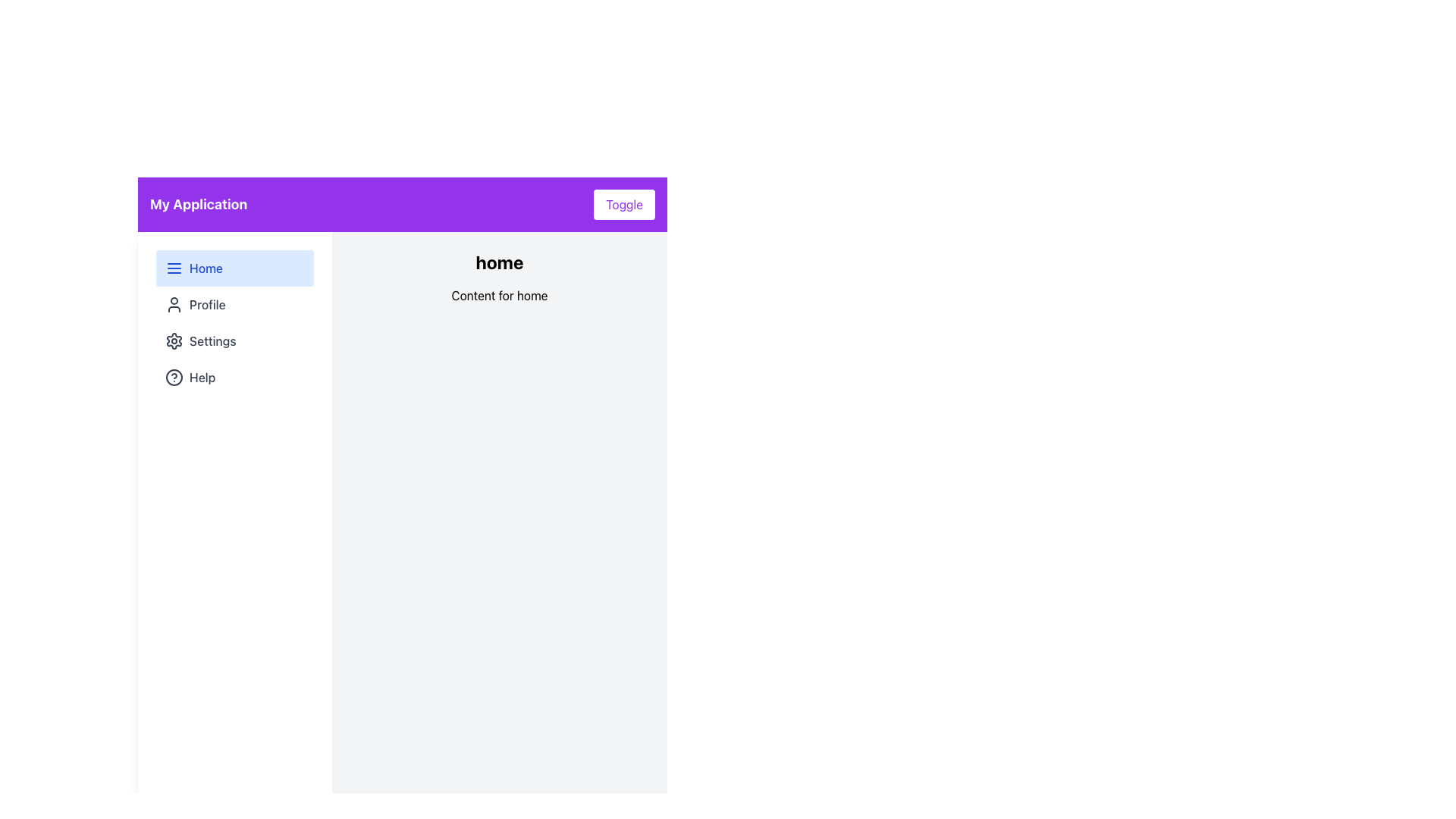 The width and height of the screenshot is (1456, 819). I want to click on the text label in the sidebar menu that serves as a navigation item for settings, located between 'Profile' and 'Help', so click(212, 341).